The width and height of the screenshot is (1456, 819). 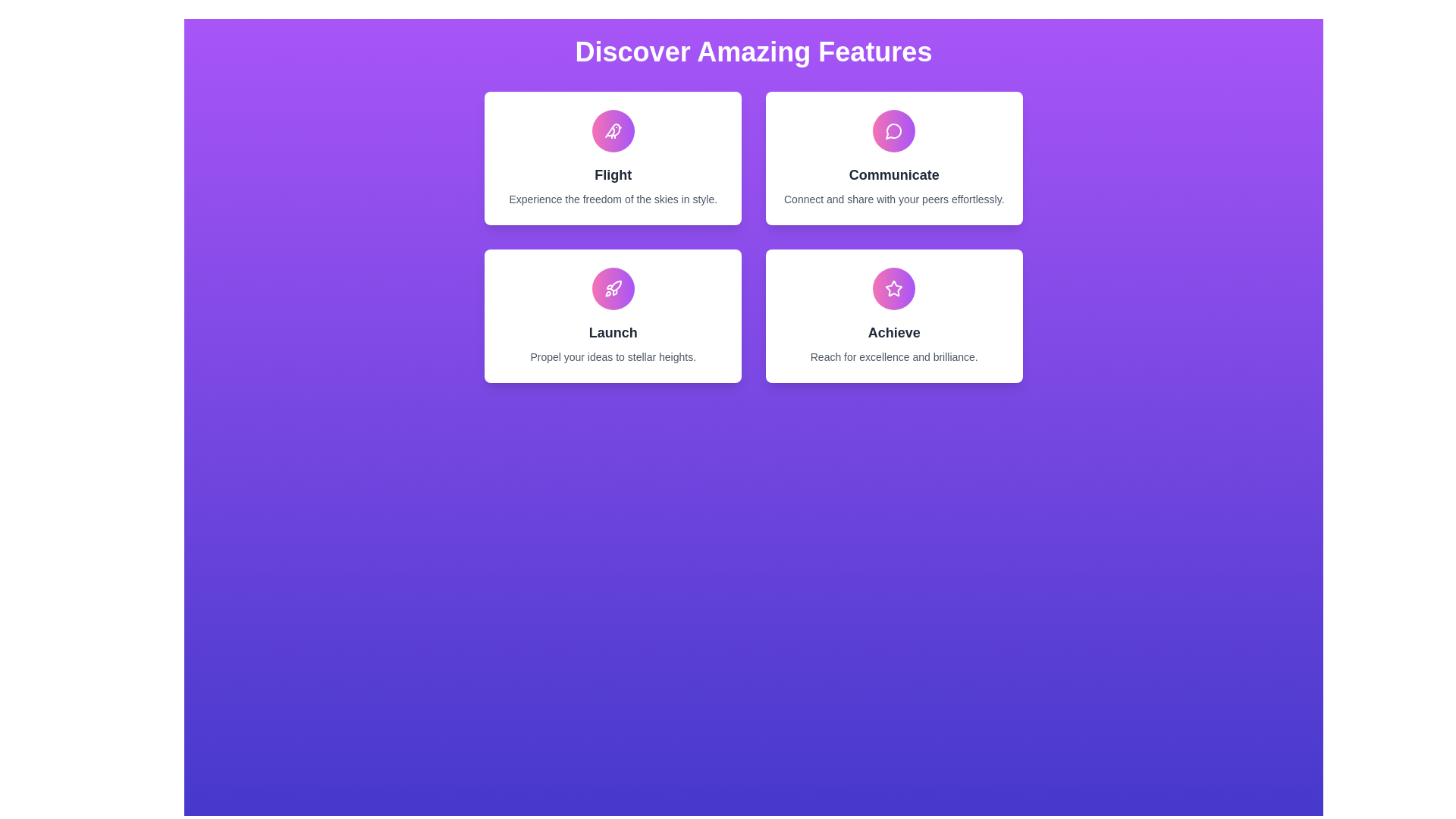 What do you see at coordinates (613, 356) in the screenshot?
I see `the descriptive tagline text element located beneath the word 'Launch' on the white card in the bottom left quadrant of the interface` at bounding box center [613, 356].